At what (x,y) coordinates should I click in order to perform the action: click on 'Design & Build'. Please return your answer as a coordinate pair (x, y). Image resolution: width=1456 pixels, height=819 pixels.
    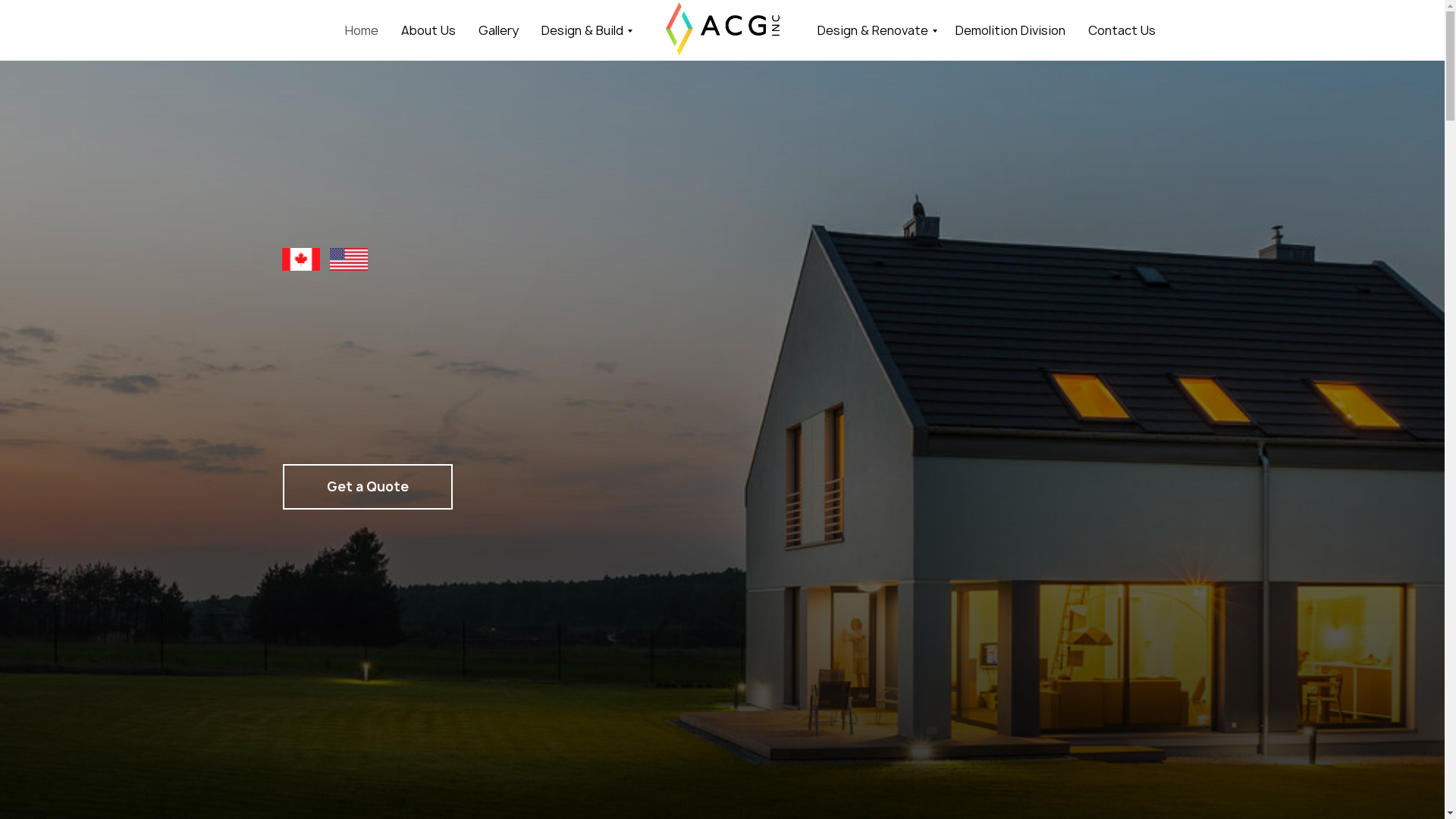
    Looking at the image, I should click on (584, 29).